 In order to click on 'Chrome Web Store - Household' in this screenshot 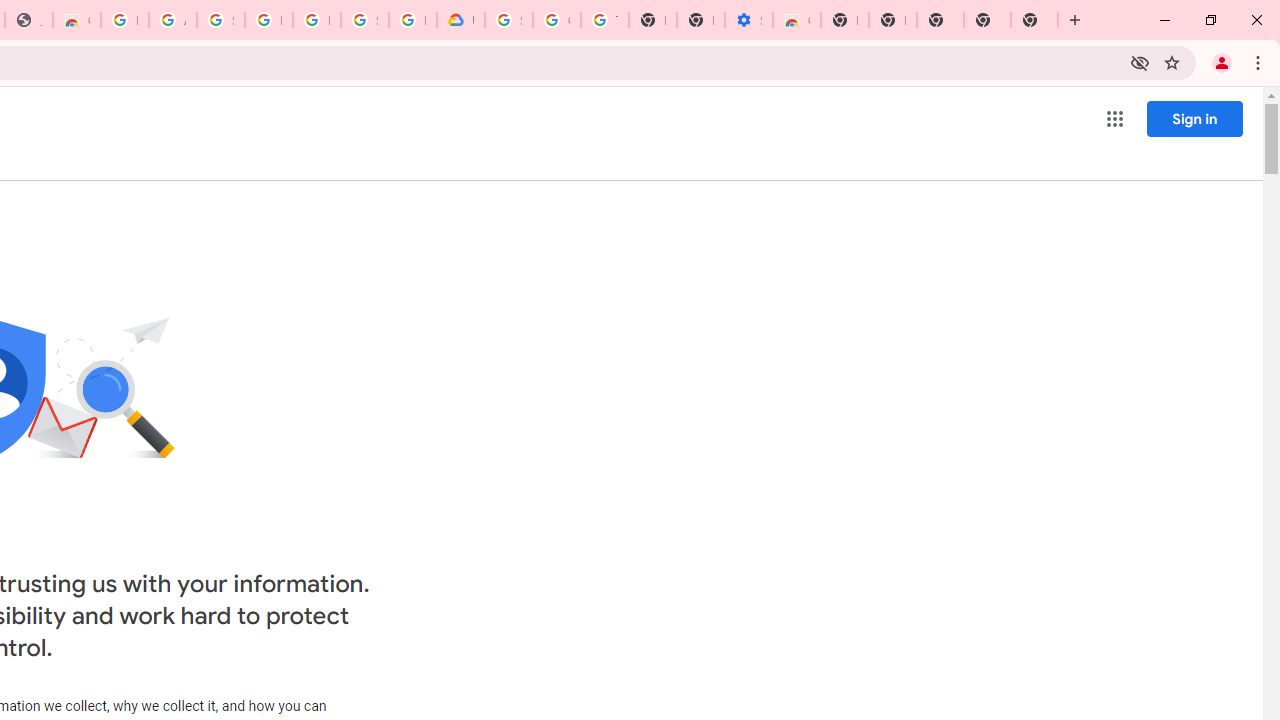, I will do `click(76, 20)`.